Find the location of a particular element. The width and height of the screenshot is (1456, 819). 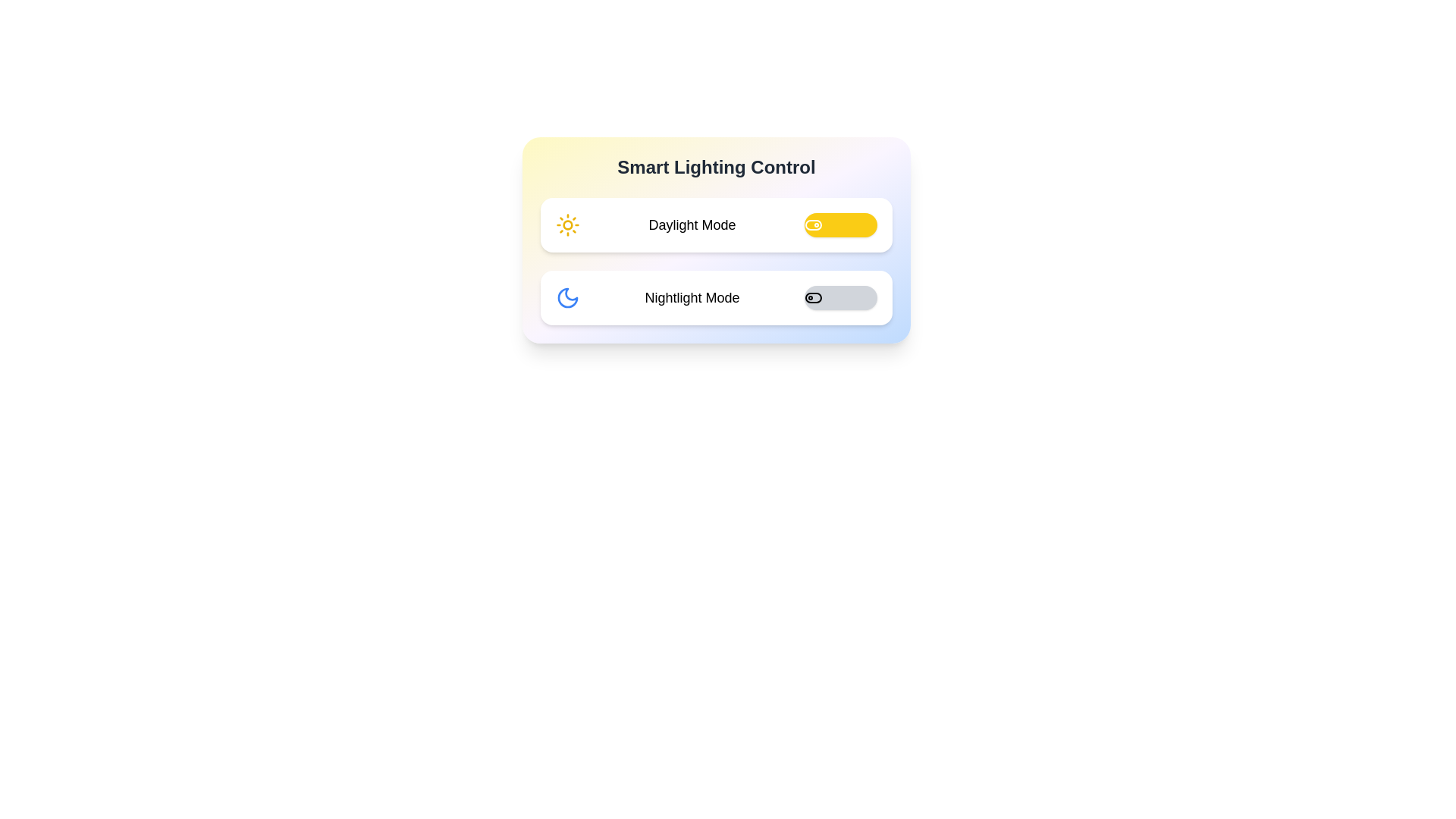

the 'Daylight Mode' text label located within the upper section of the 'Smart Lighting Control' card, positioned between a sun icon and a toggle switch is located at coordinates (691, 225).